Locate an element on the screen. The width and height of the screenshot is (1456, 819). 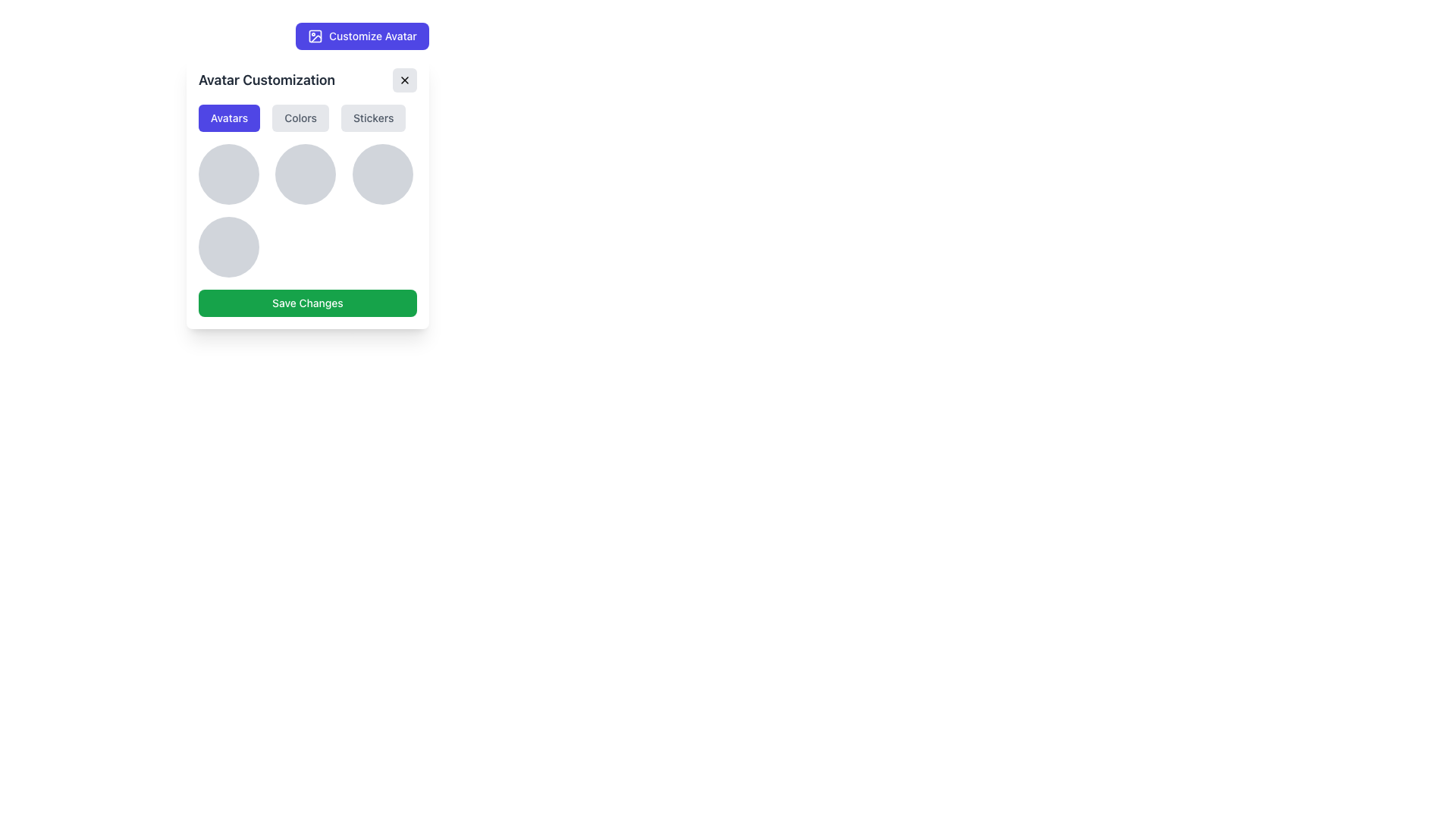
the first selectable circular option in the 'Avatar Customization' section is located at coordinates (227, 174).